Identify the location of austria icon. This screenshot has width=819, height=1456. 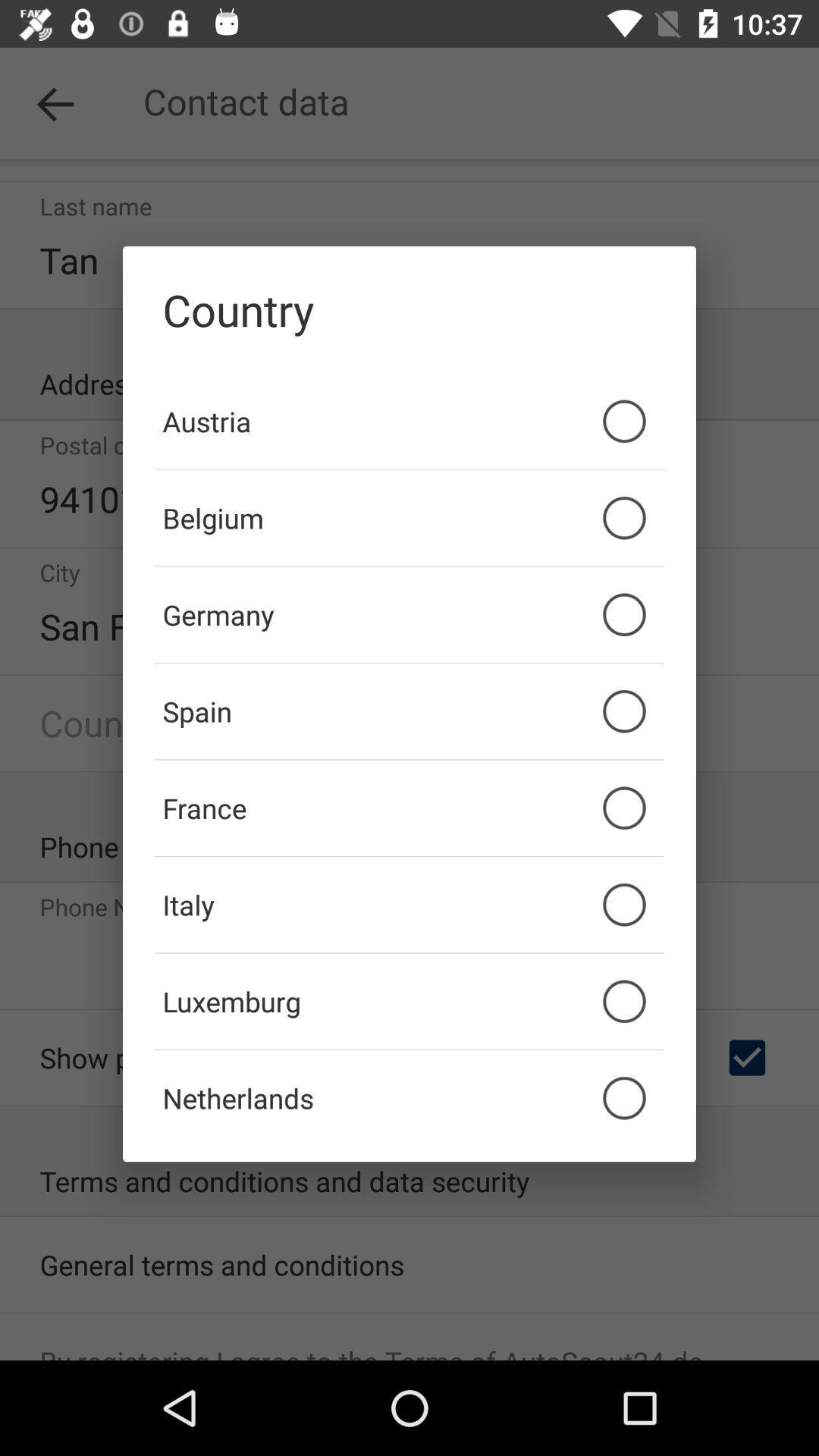
(409, 421).